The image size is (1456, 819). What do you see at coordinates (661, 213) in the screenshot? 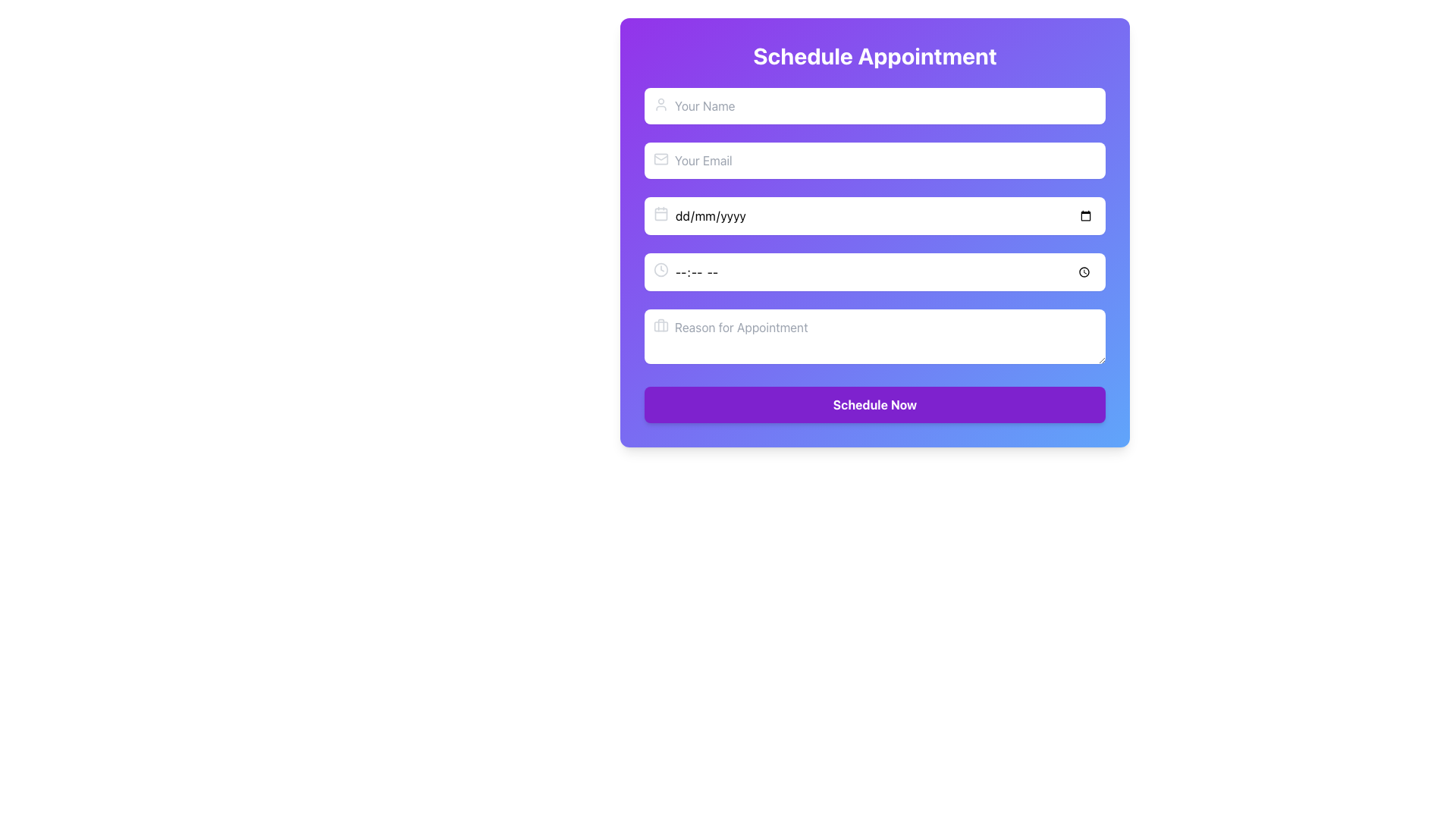
I see `the date selection icon located within the 'Date' input field to bring up the date-picker dialog` at bounding box center [661, 213].